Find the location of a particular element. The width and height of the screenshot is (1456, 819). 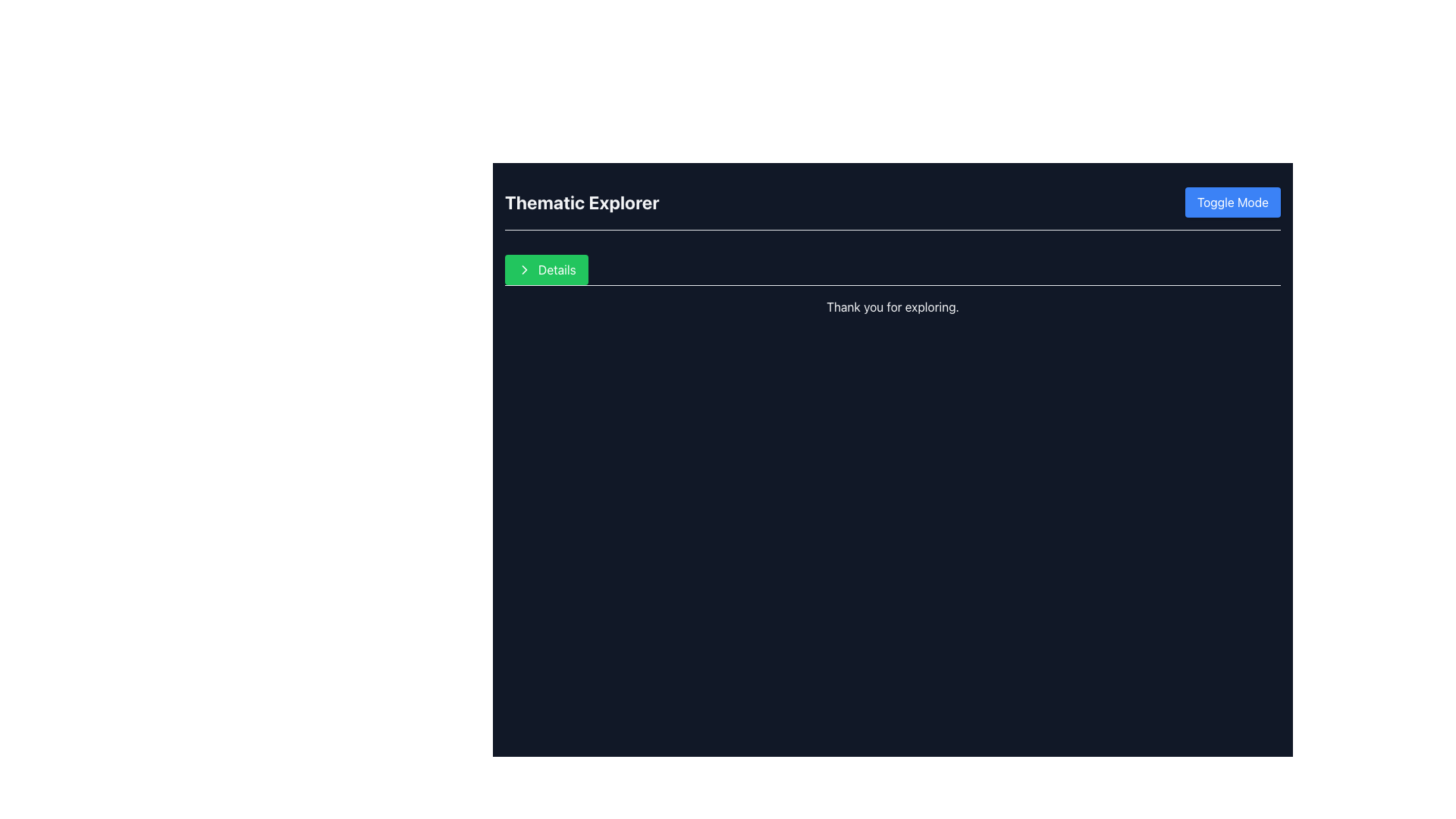

the visual cue of the right-pointing chevron arrow icon located inside the 'Details' button is located at coordinates (524, 268).